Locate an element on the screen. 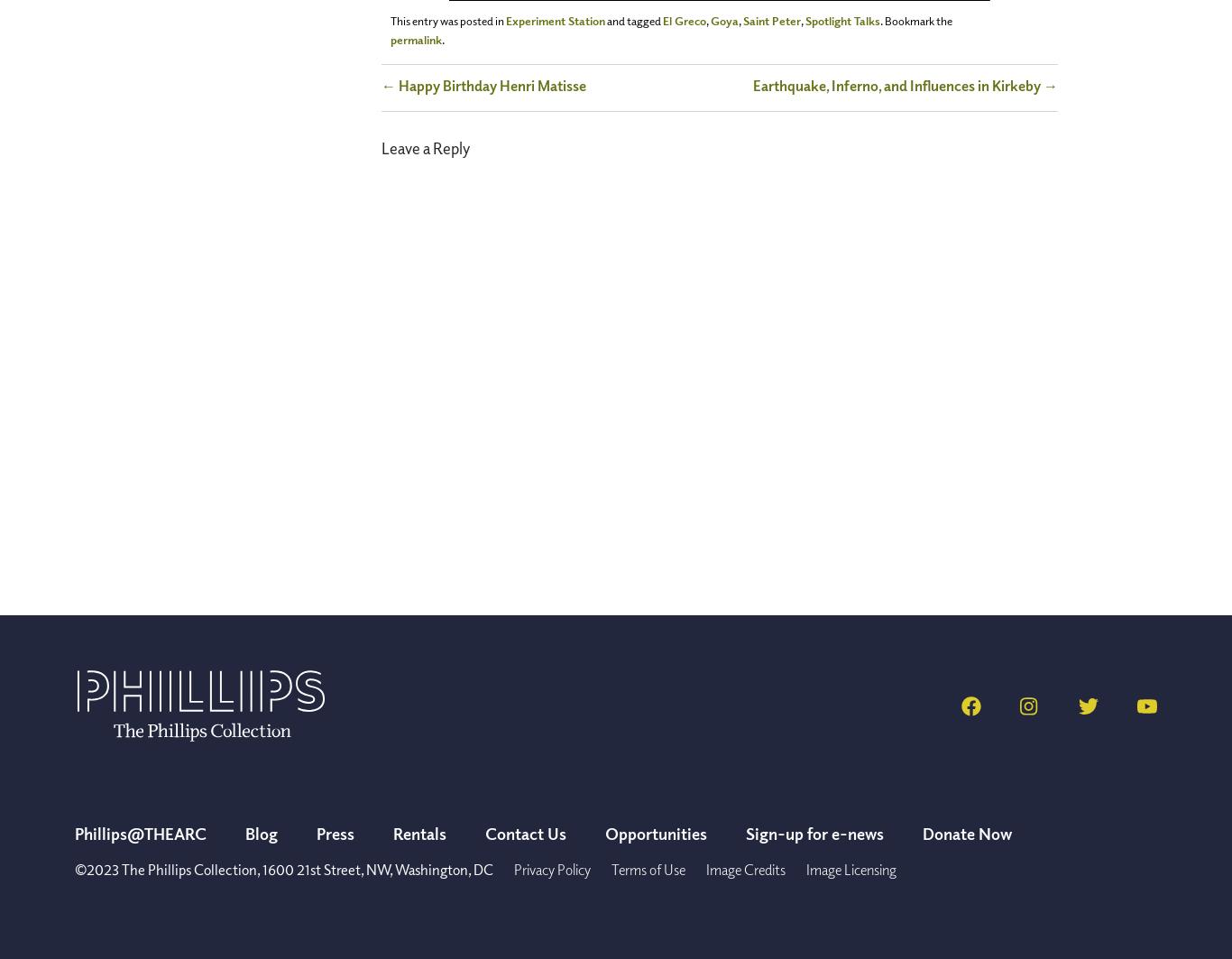  'Contact Us' is located at coordinates (485, 832).